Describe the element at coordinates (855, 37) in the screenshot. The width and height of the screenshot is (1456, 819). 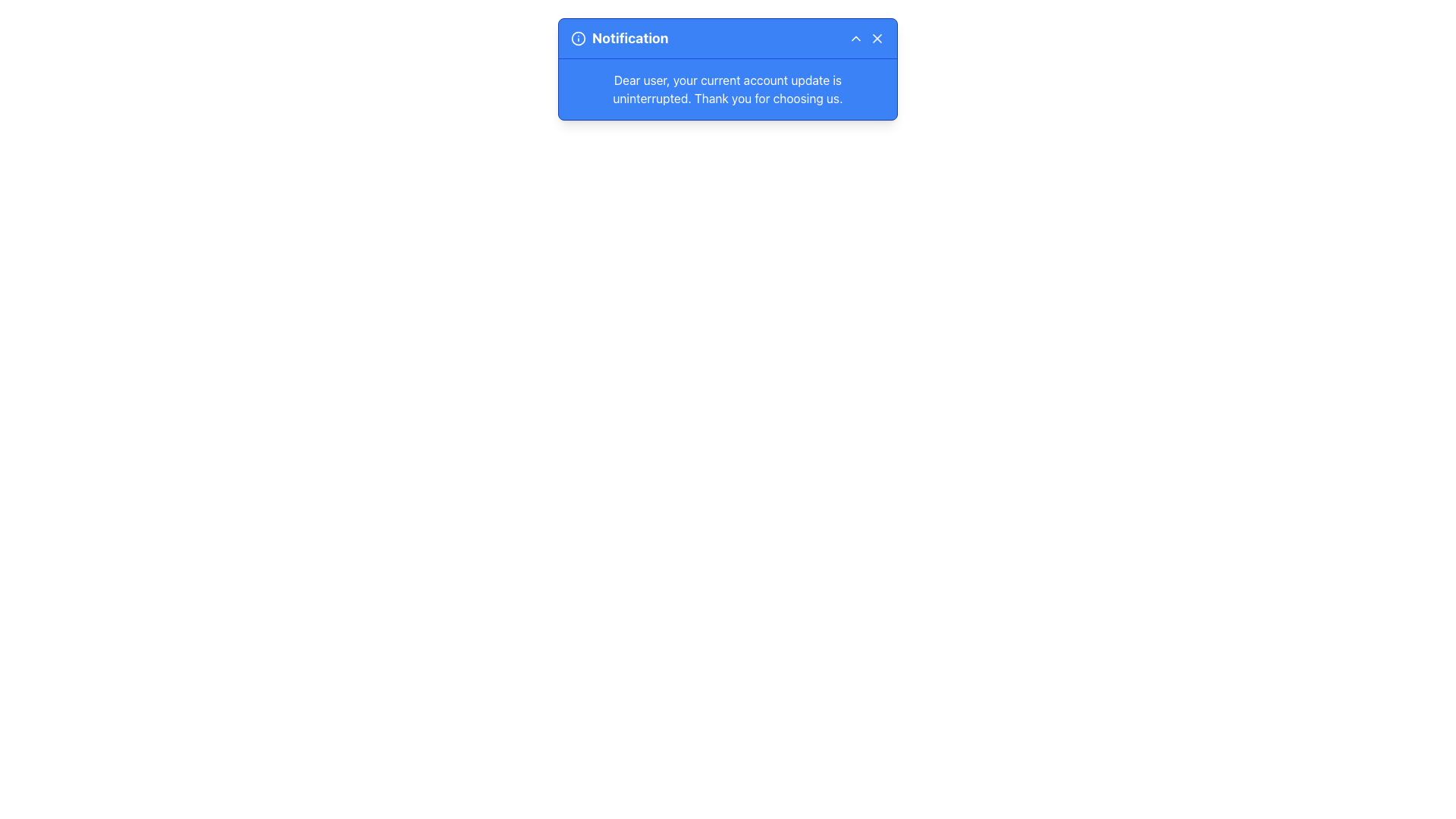
I see `the interactive icon in the top-right area of the blue notification modal to receive visual feedback` at that location.